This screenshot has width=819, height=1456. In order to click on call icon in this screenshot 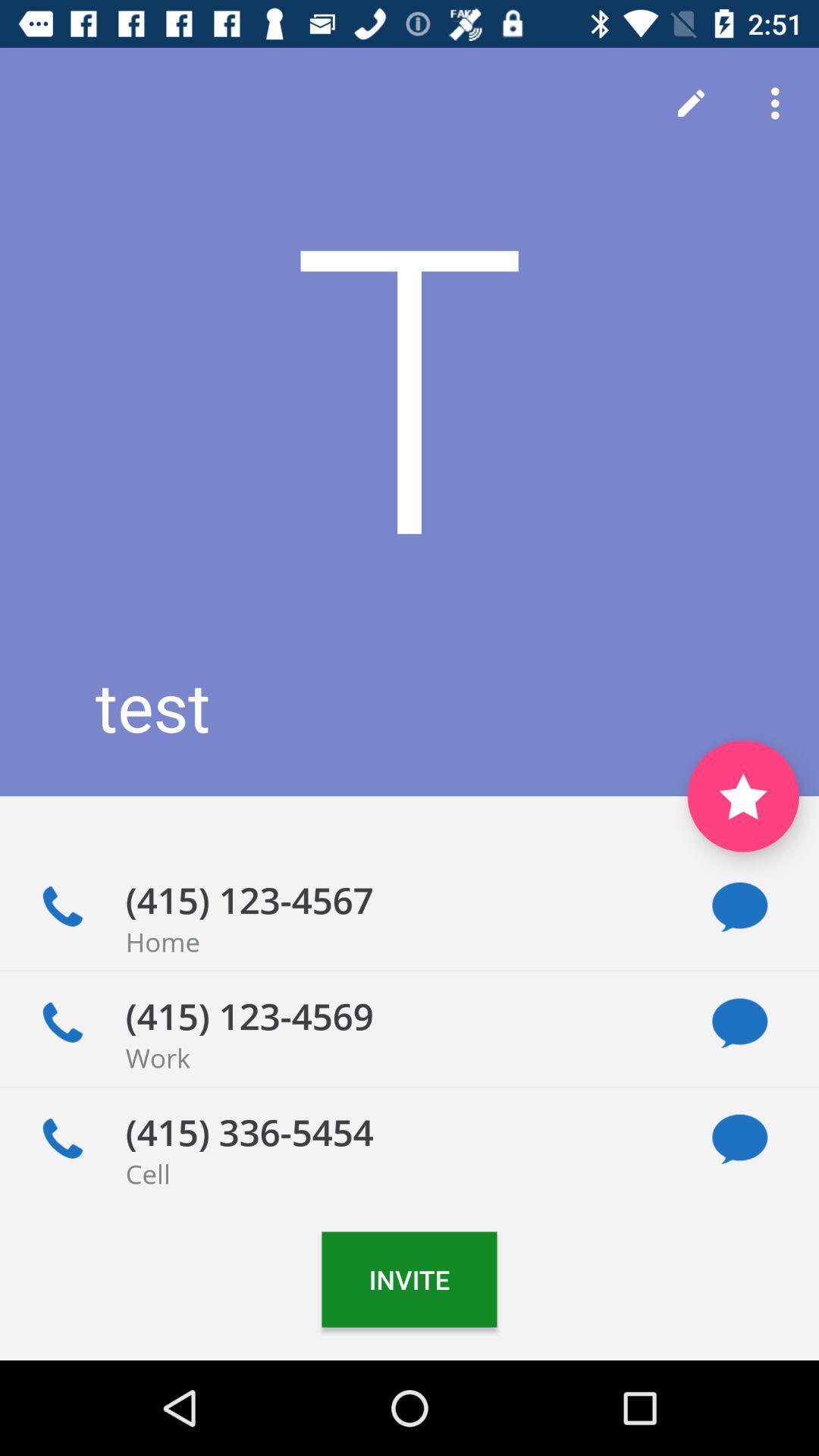, I will do `click(61, 1023)`.